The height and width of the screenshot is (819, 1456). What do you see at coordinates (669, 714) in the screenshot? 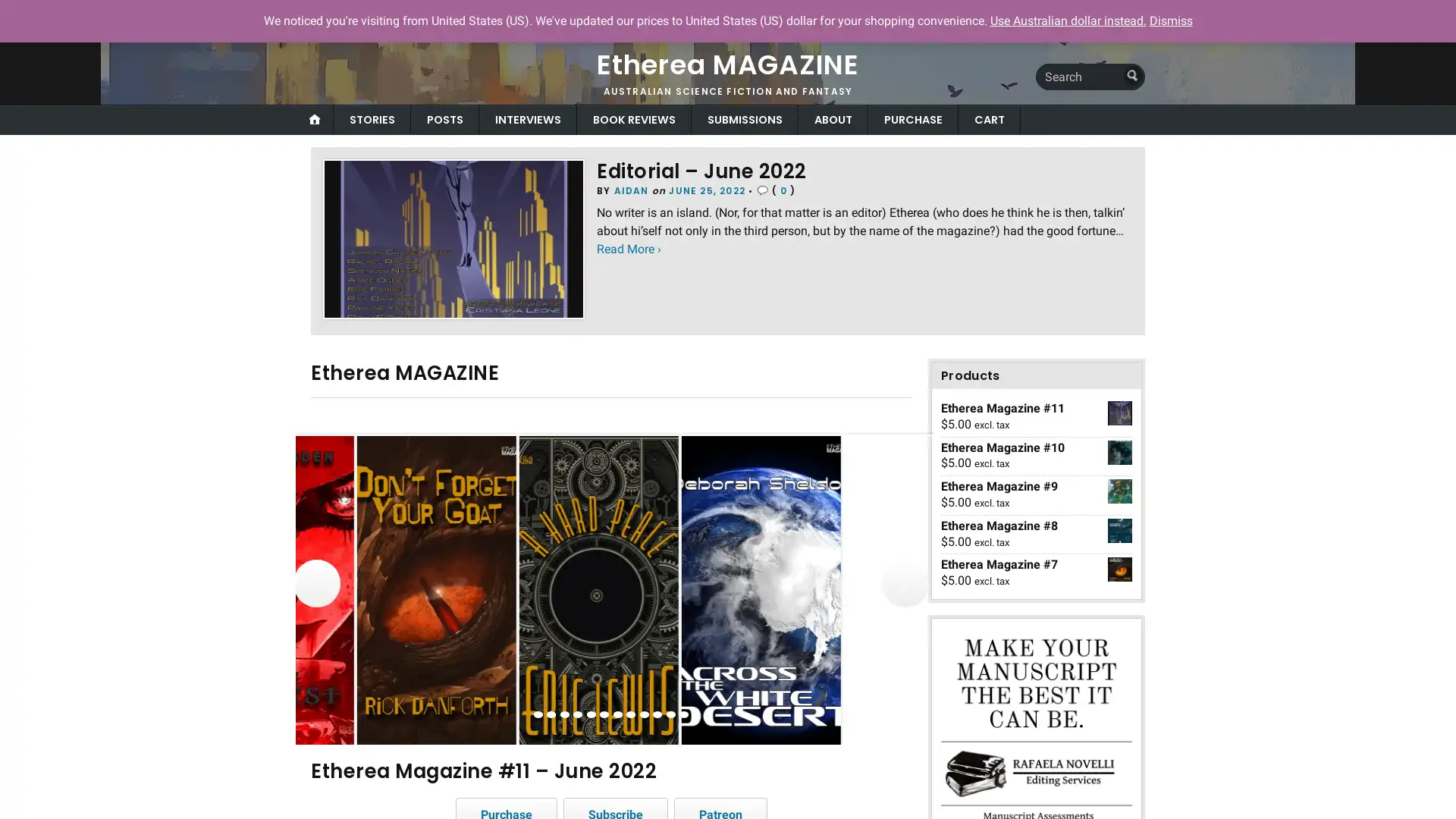
I see `view image 11 of 12 in carousel` at bounding box center [669, 714].